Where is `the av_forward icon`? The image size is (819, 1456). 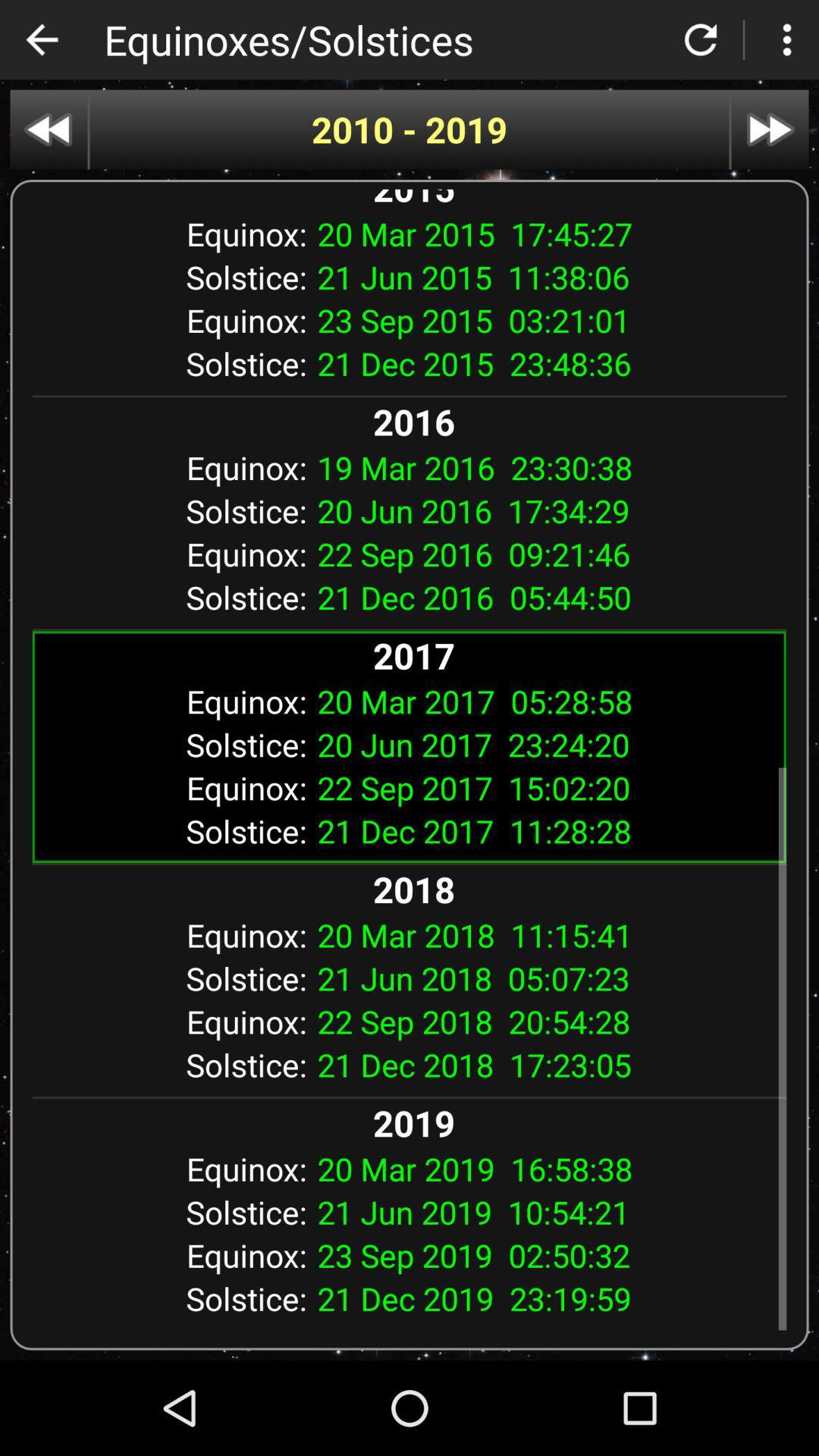
the av_forward icon is located at coordinates (770, 130).